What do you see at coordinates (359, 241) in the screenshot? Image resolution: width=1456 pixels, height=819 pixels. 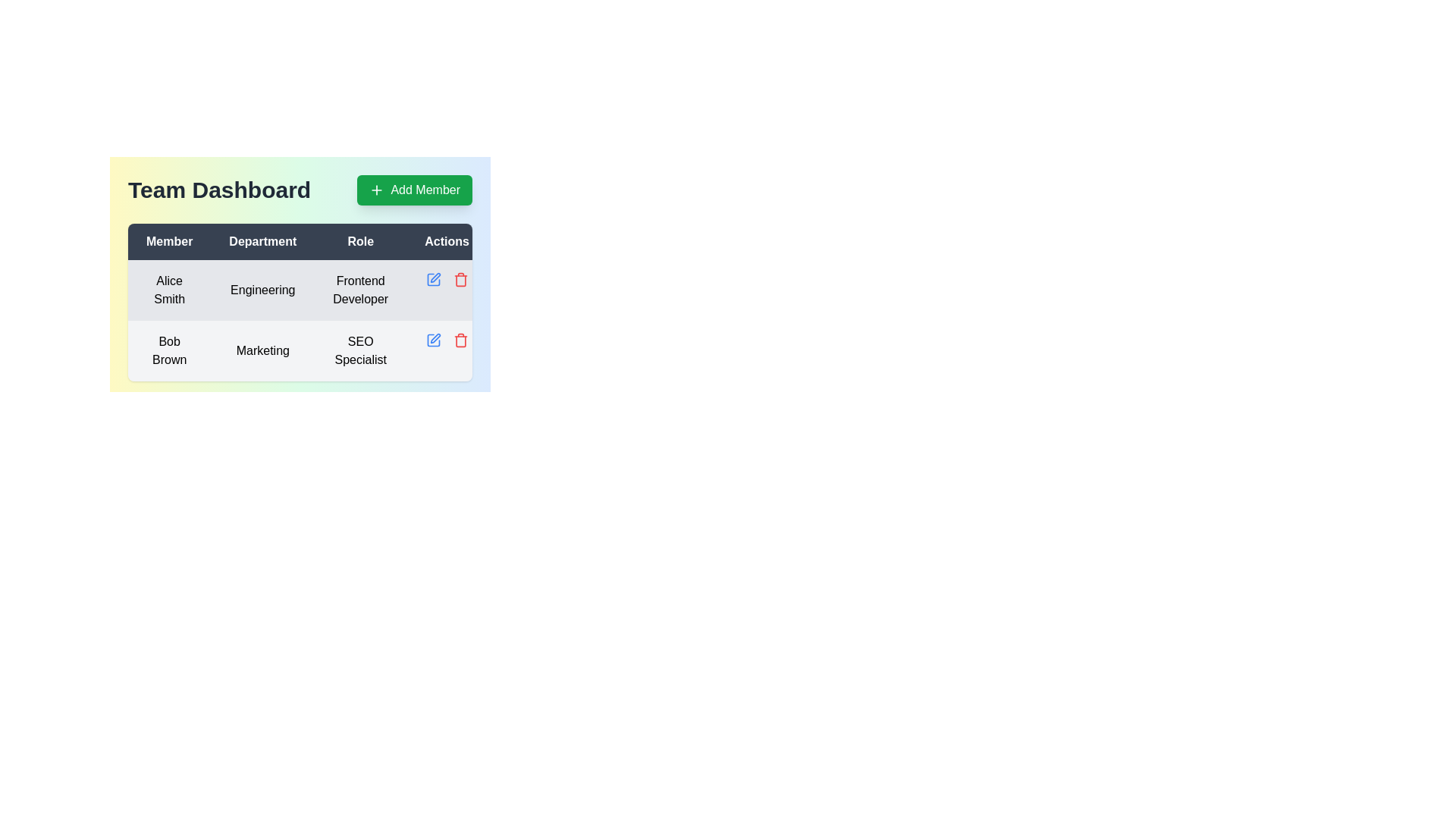 I see `the non-interactive table header cell labeled 'Role', which is the third column header in the table with a dark background and white text` at bounding box center [359, 241].